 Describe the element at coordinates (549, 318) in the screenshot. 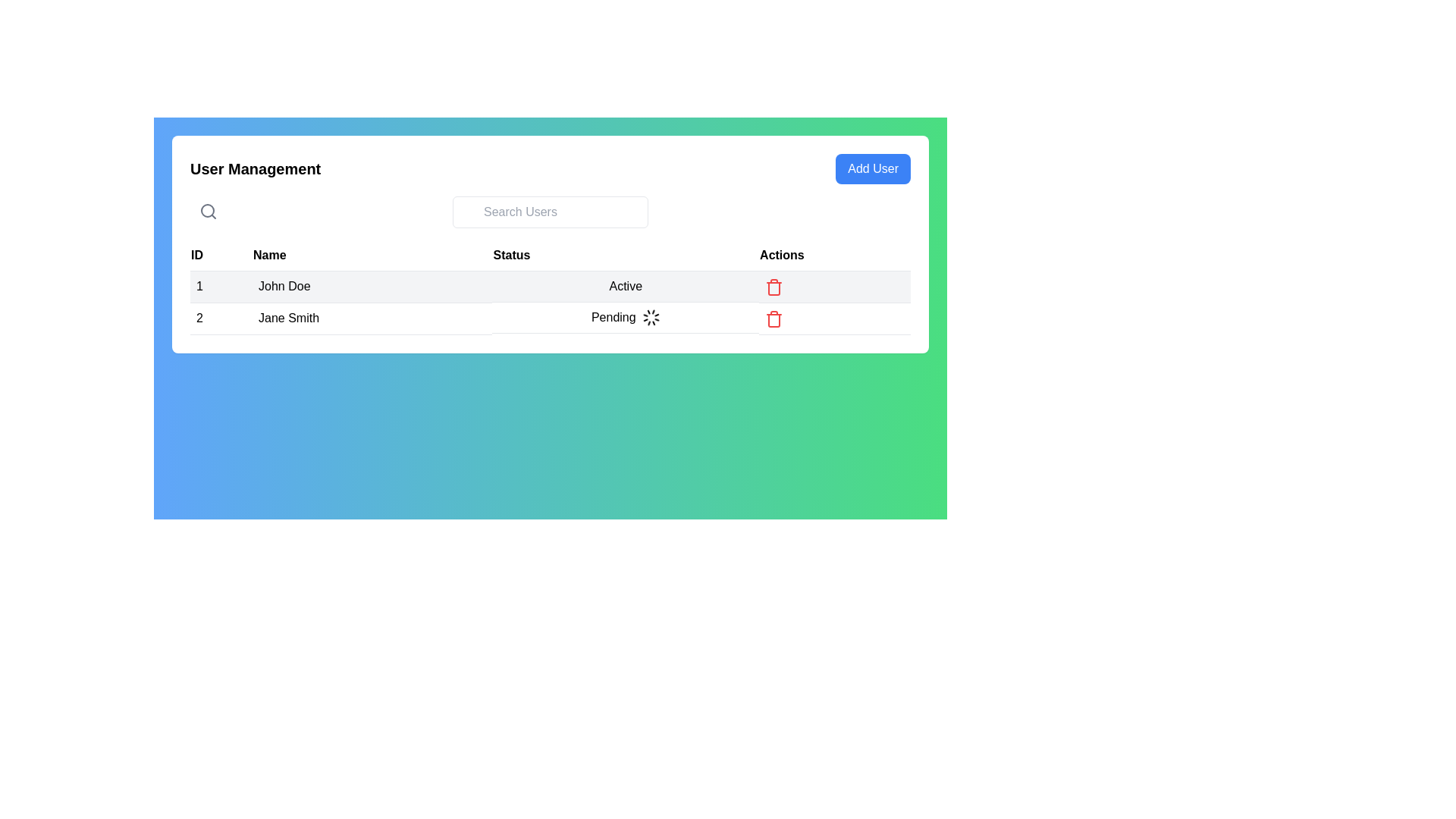

I see `the status of the second row in the 'User Management' table, which displays 'Pending' for user 'Jane Smith'` at that location.